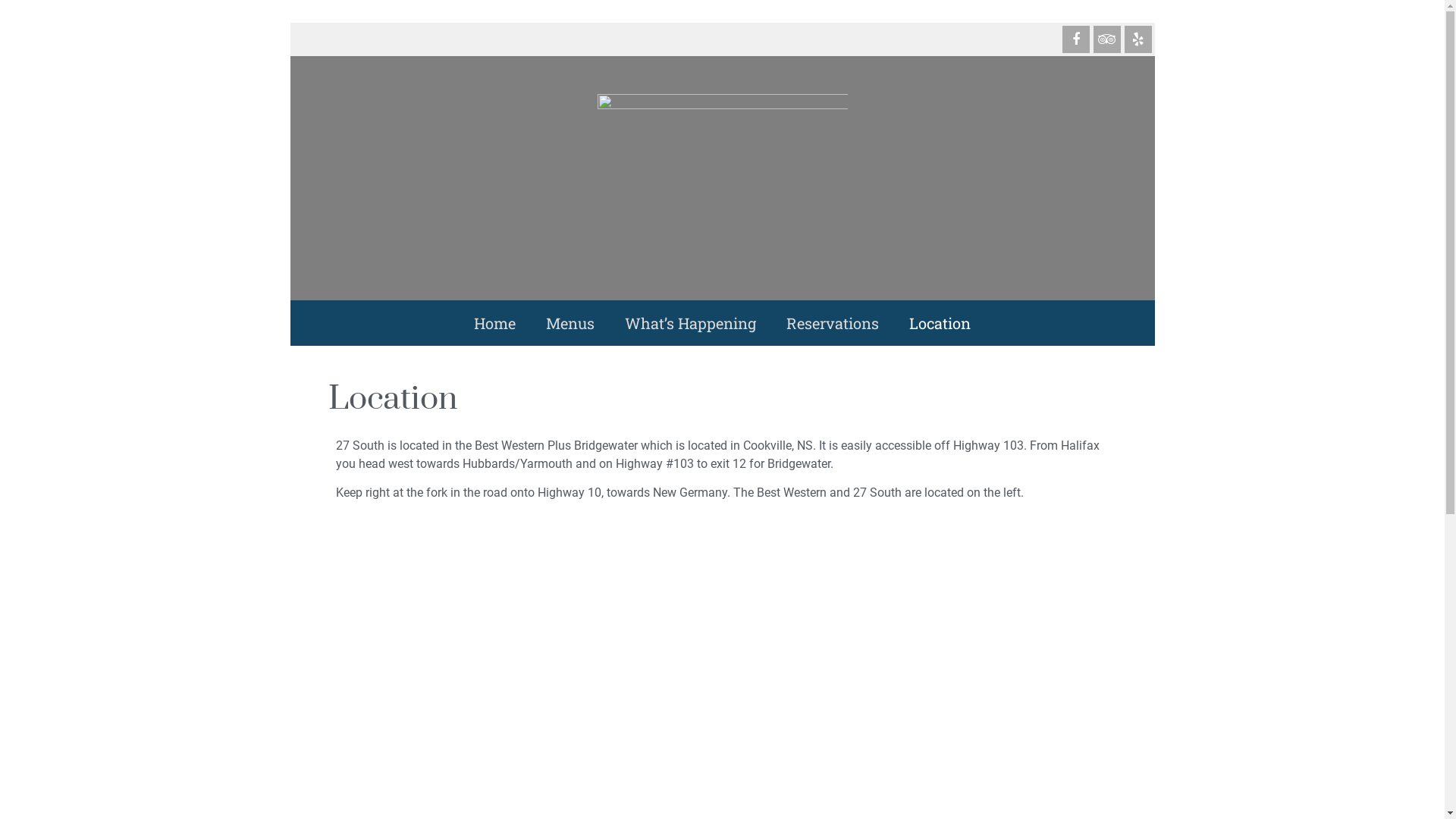 The height and width of the screenshot is (819, 1456). I want to click on 'Location', so click(939, 322).